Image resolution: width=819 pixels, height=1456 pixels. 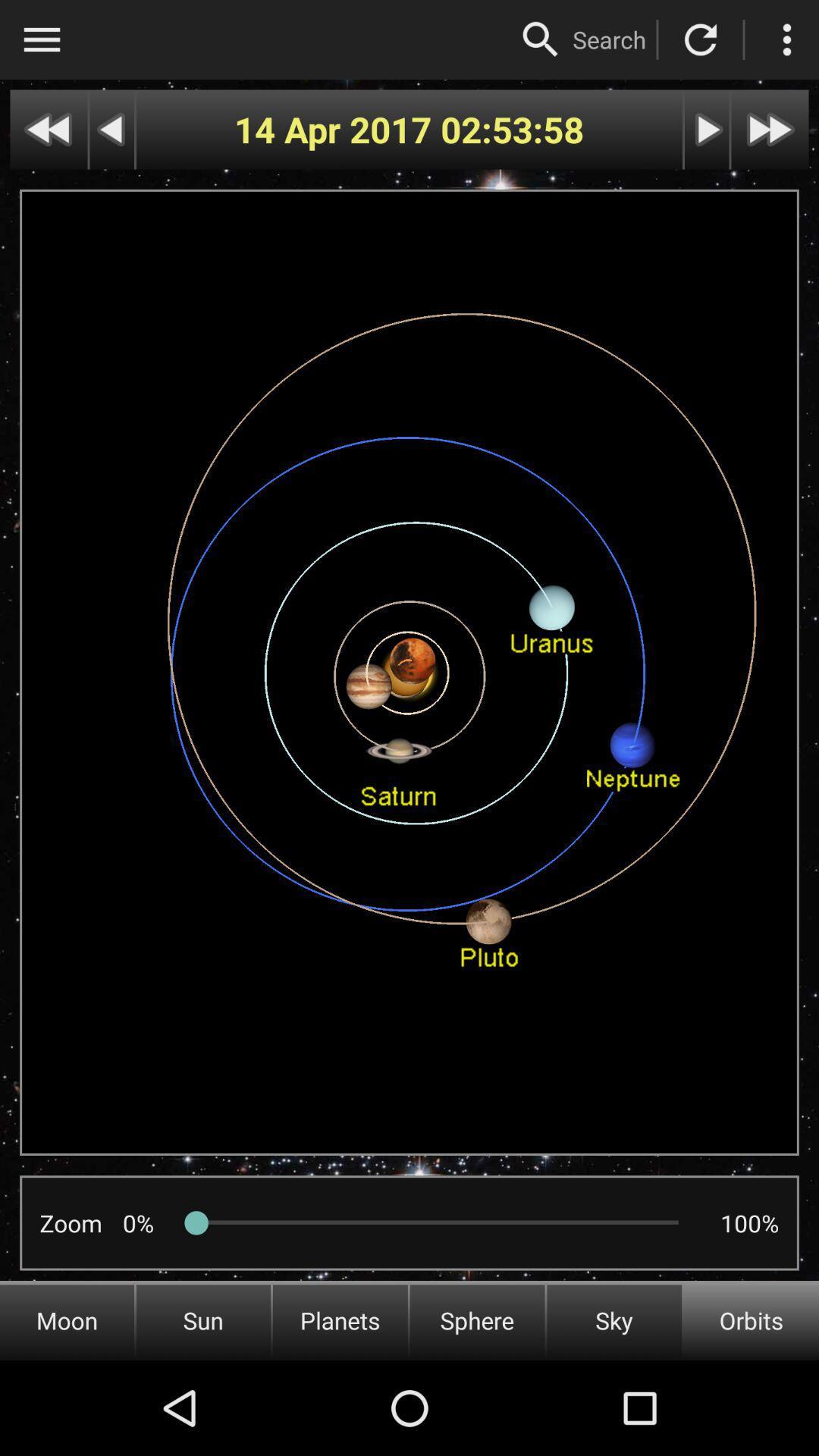 What do you see at coordinates (41, 39) in the screenshot?
I see `open menu` at bounding box center [41, 39].